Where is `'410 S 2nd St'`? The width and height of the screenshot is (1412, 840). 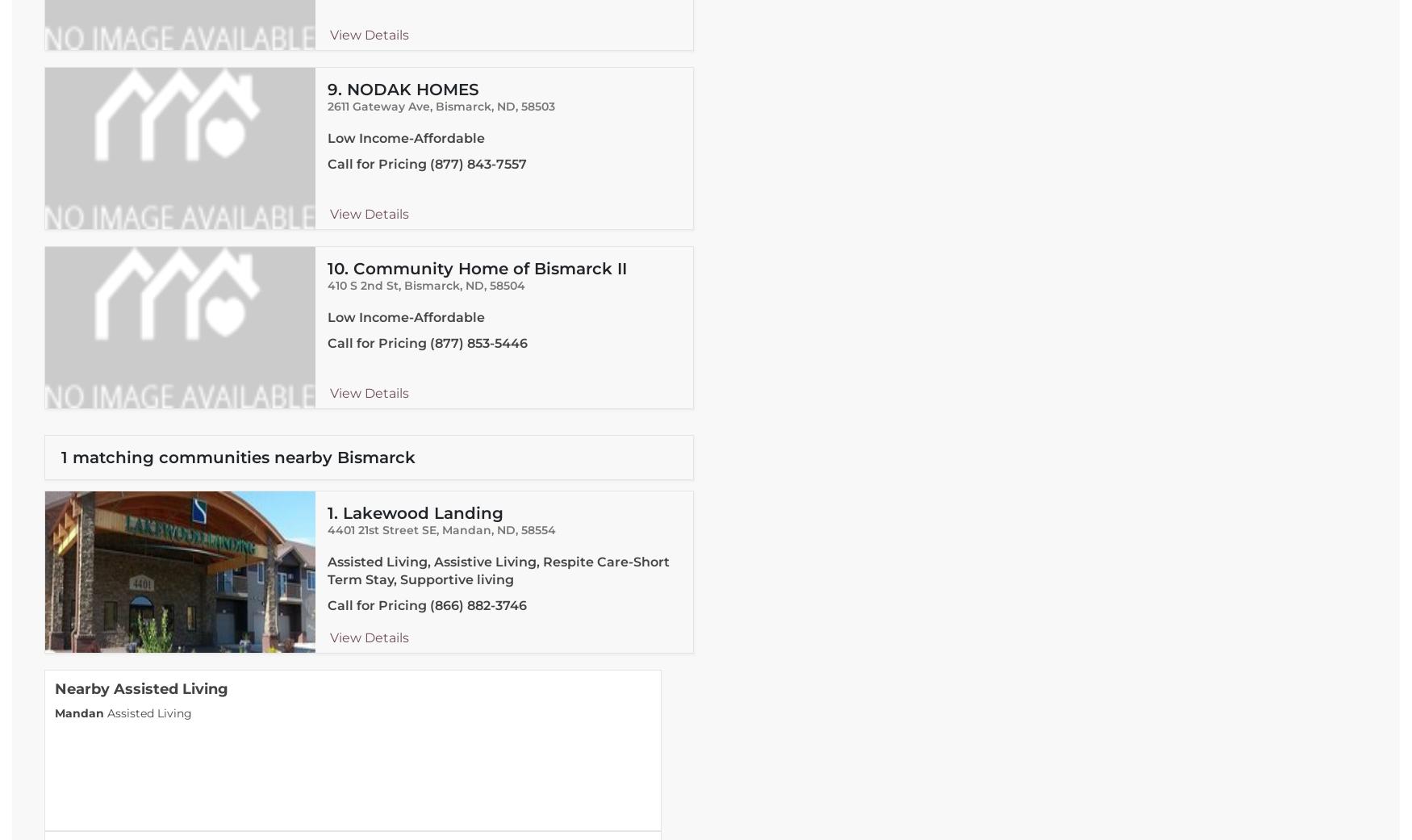
'410 S 2nd St' is located at coordinates (362, 286).